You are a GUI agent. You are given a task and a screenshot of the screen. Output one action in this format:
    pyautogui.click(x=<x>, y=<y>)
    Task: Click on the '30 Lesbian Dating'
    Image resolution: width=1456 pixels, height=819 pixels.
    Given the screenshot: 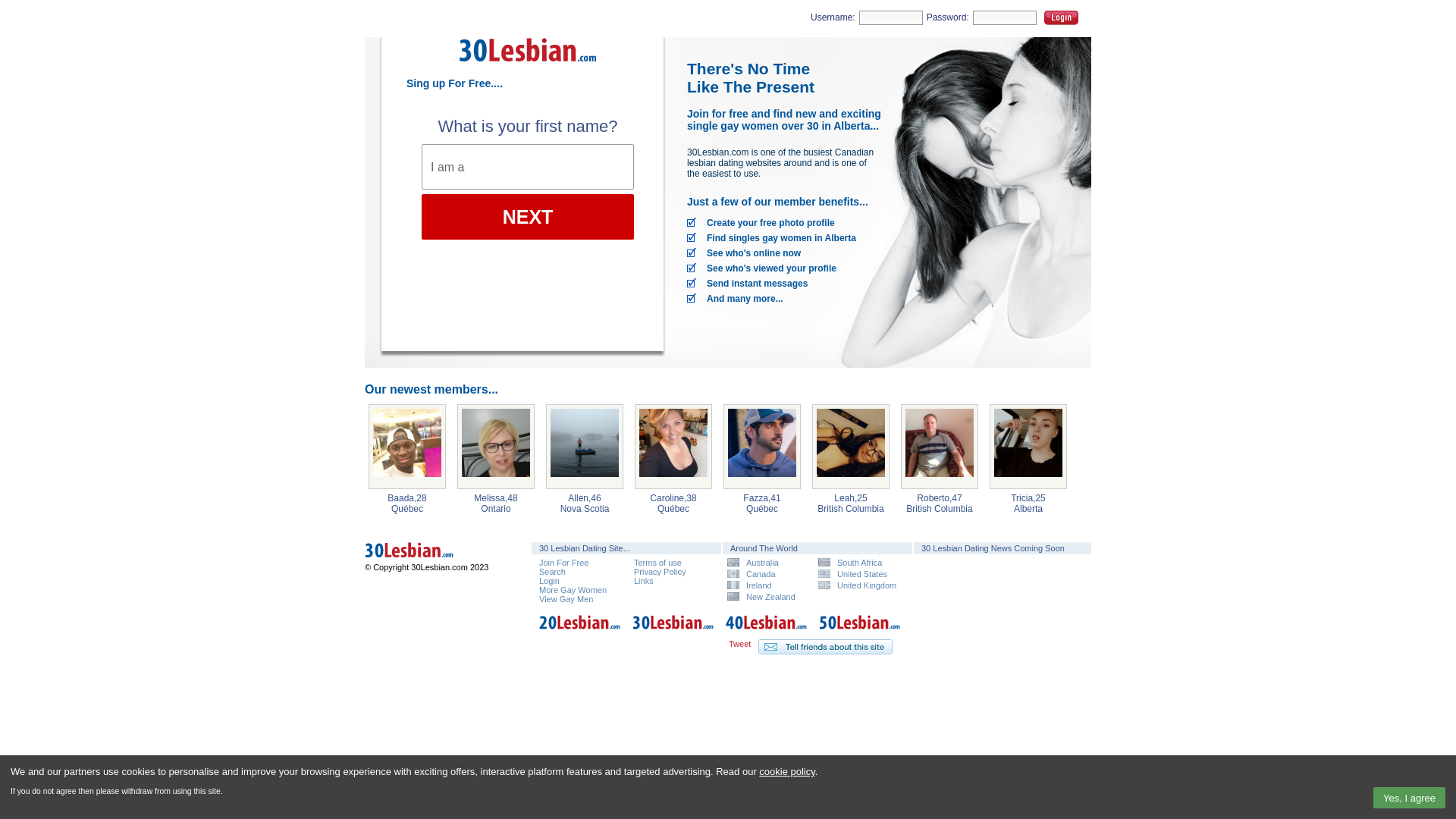 What is the action you would take?
    pyautogui.click(x=673, y=631)
    